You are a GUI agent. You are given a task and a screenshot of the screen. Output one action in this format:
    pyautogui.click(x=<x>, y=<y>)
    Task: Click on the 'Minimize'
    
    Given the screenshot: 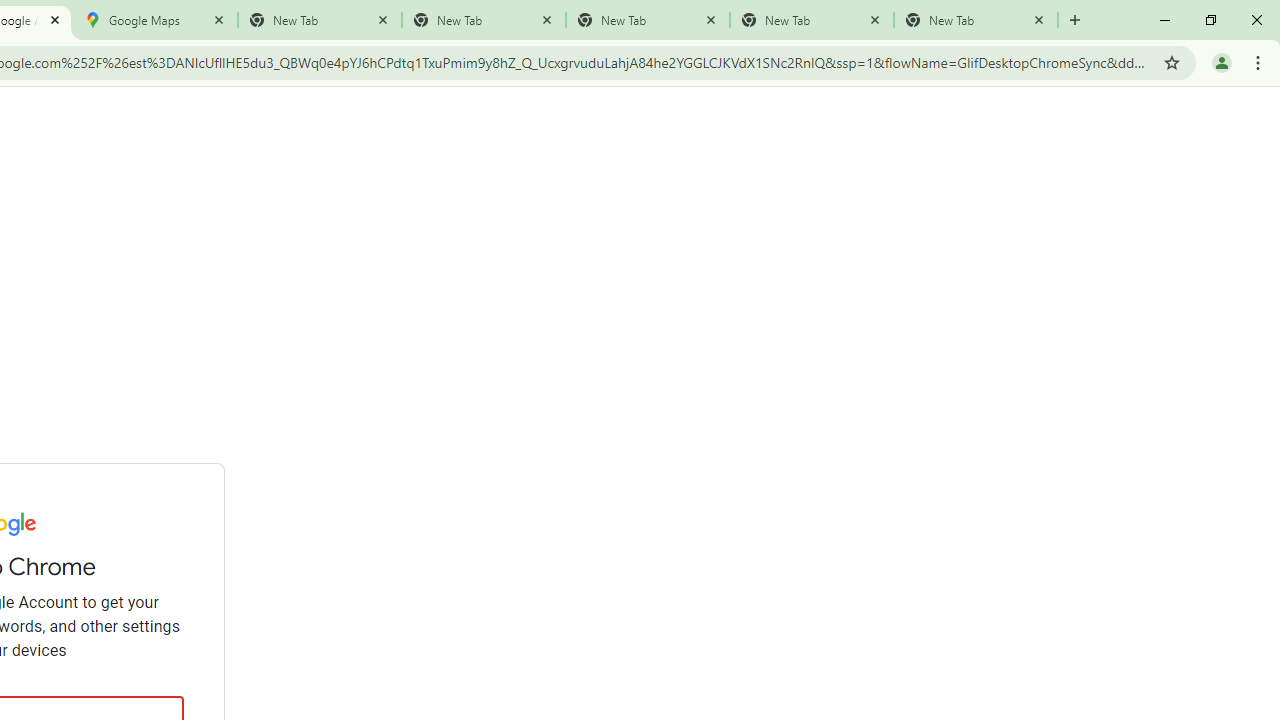 What is the action you would take?
    pyautogui.click(x=1165, y=20)
    